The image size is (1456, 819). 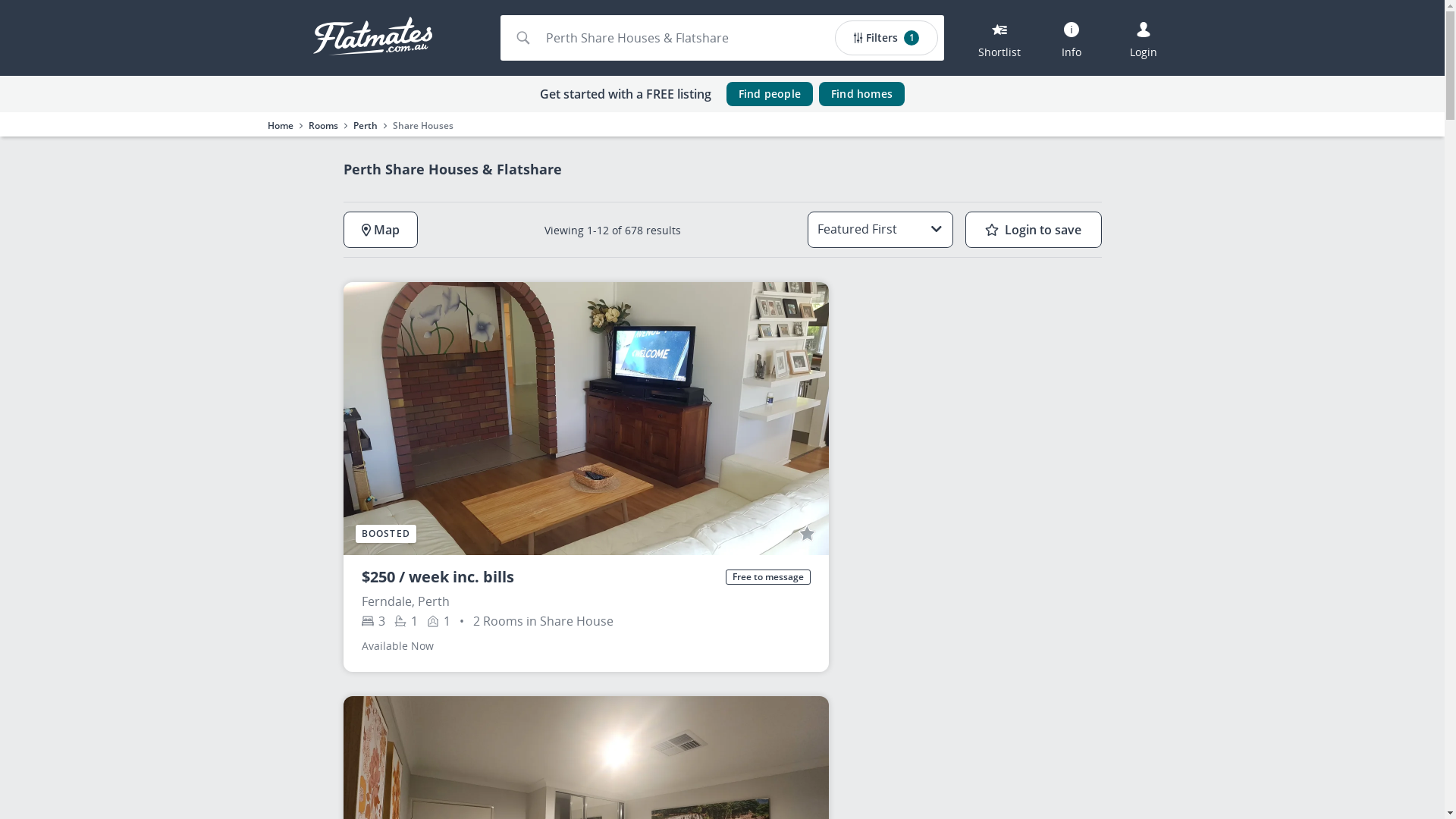 What do you see at coordinates (322, 124) in the screenshot?
I see `'Rooms'` at bounding box center [322, 124].